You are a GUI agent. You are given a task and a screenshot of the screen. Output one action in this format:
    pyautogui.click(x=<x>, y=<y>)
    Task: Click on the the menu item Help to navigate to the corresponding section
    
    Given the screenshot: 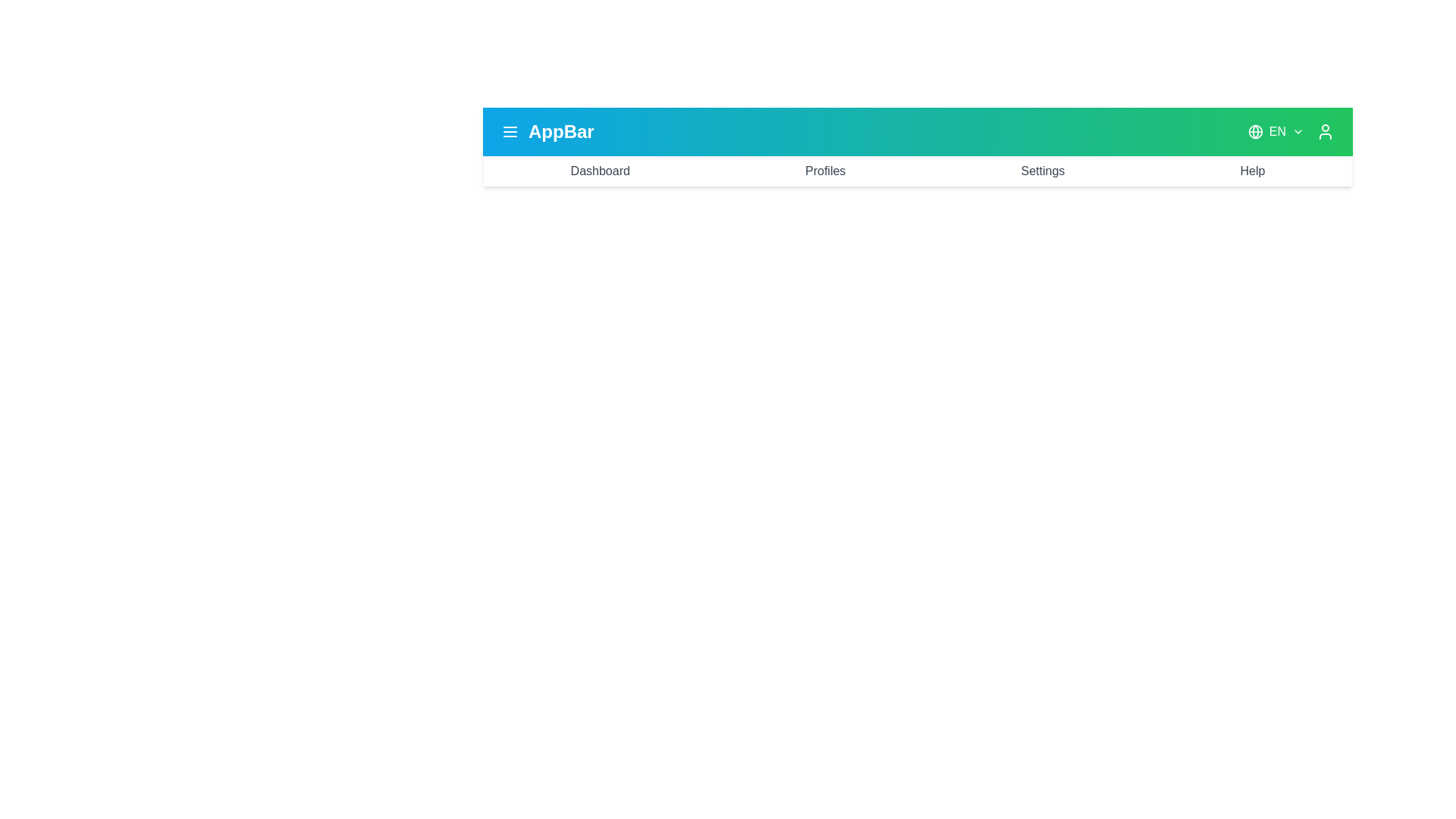 What is the action you would take?
    pyautogui.click(x=1252, y=171)
    